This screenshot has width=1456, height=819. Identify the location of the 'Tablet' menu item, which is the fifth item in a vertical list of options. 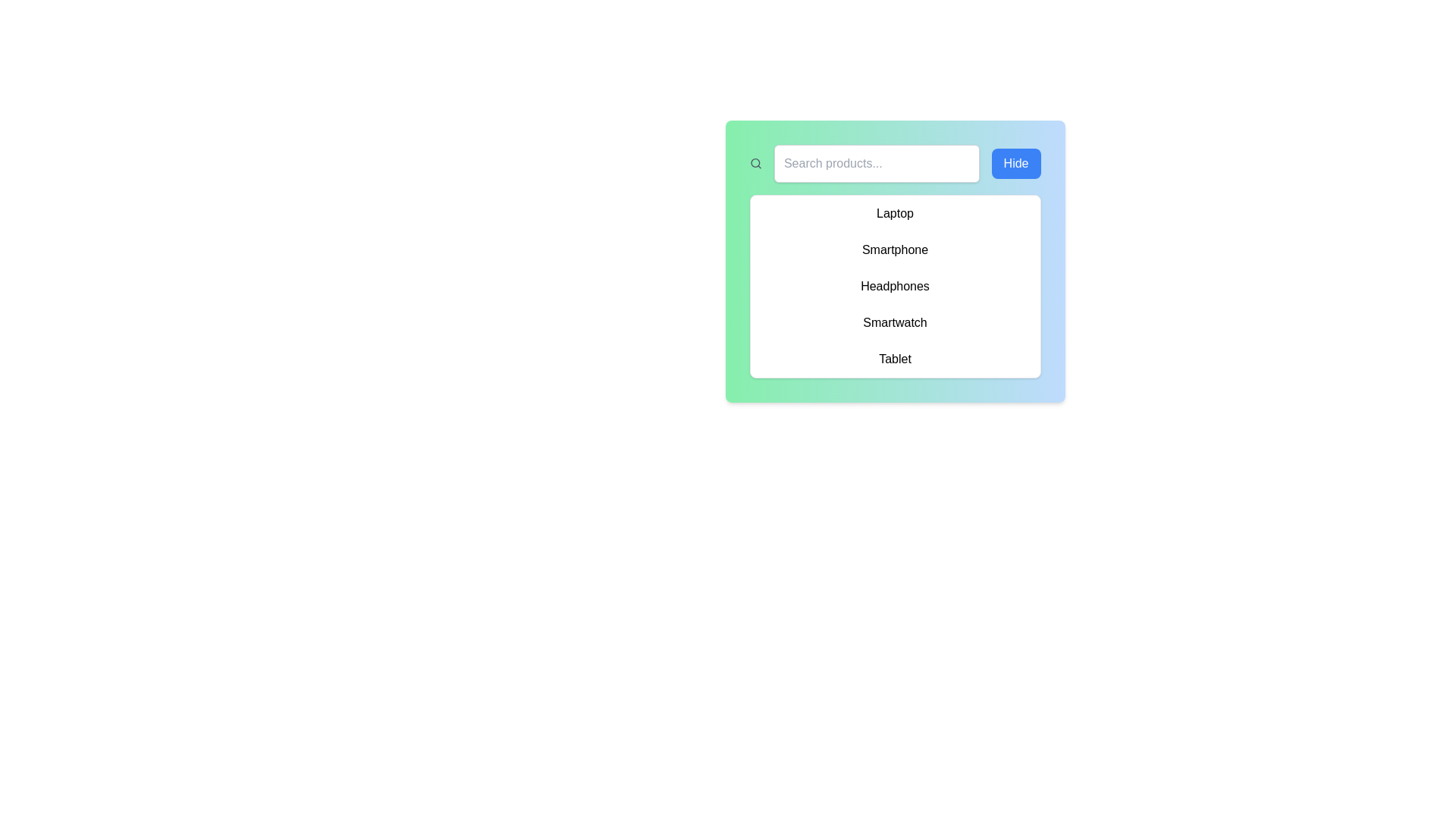
(895, 359).